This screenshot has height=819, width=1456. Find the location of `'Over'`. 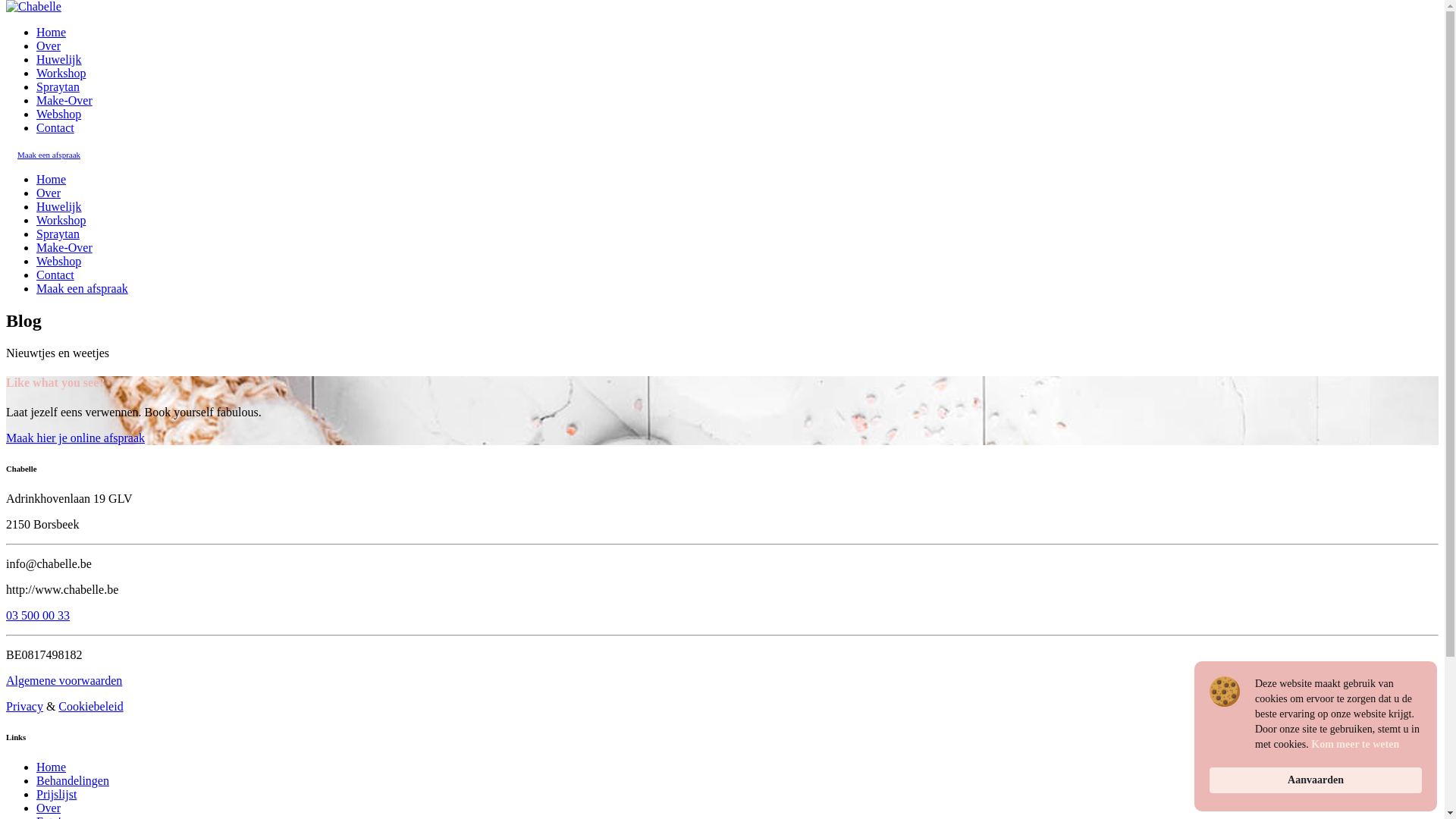

'Over' is located at coordinates (48, 45).